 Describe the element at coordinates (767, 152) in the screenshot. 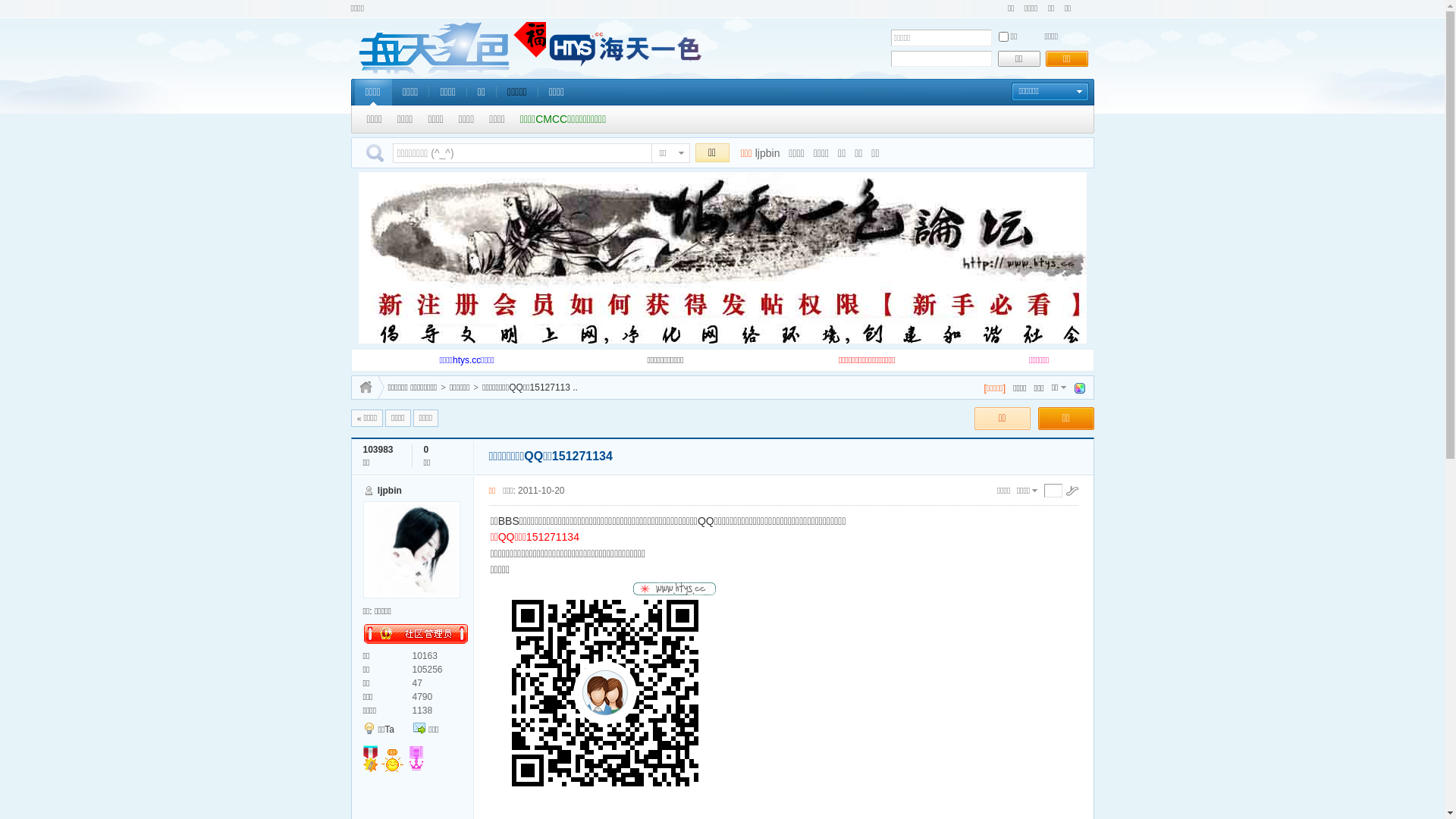

I see `'ljpbin'` at that location.